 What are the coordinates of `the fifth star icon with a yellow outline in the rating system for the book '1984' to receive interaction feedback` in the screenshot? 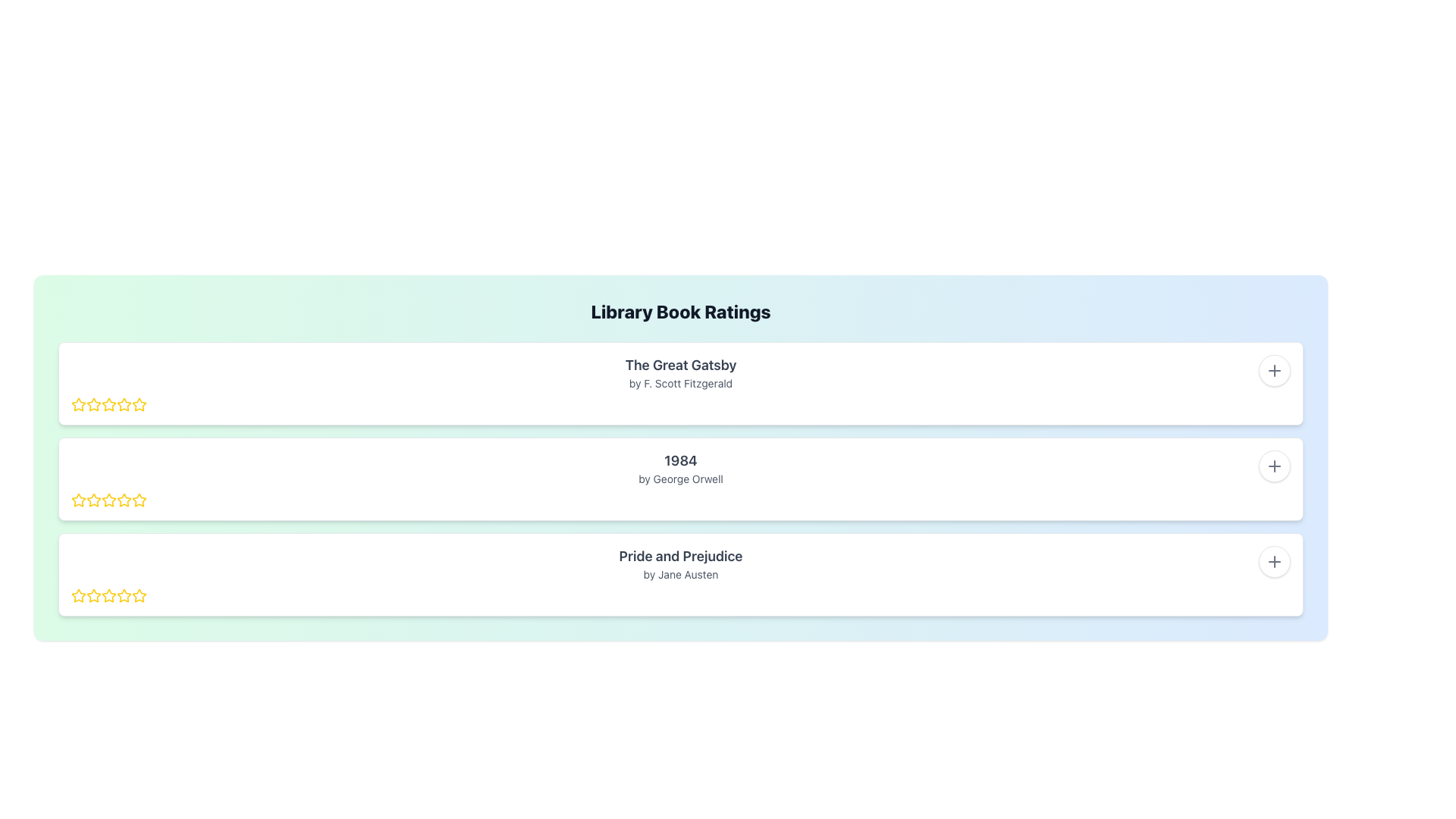 It's located at (108, 500).